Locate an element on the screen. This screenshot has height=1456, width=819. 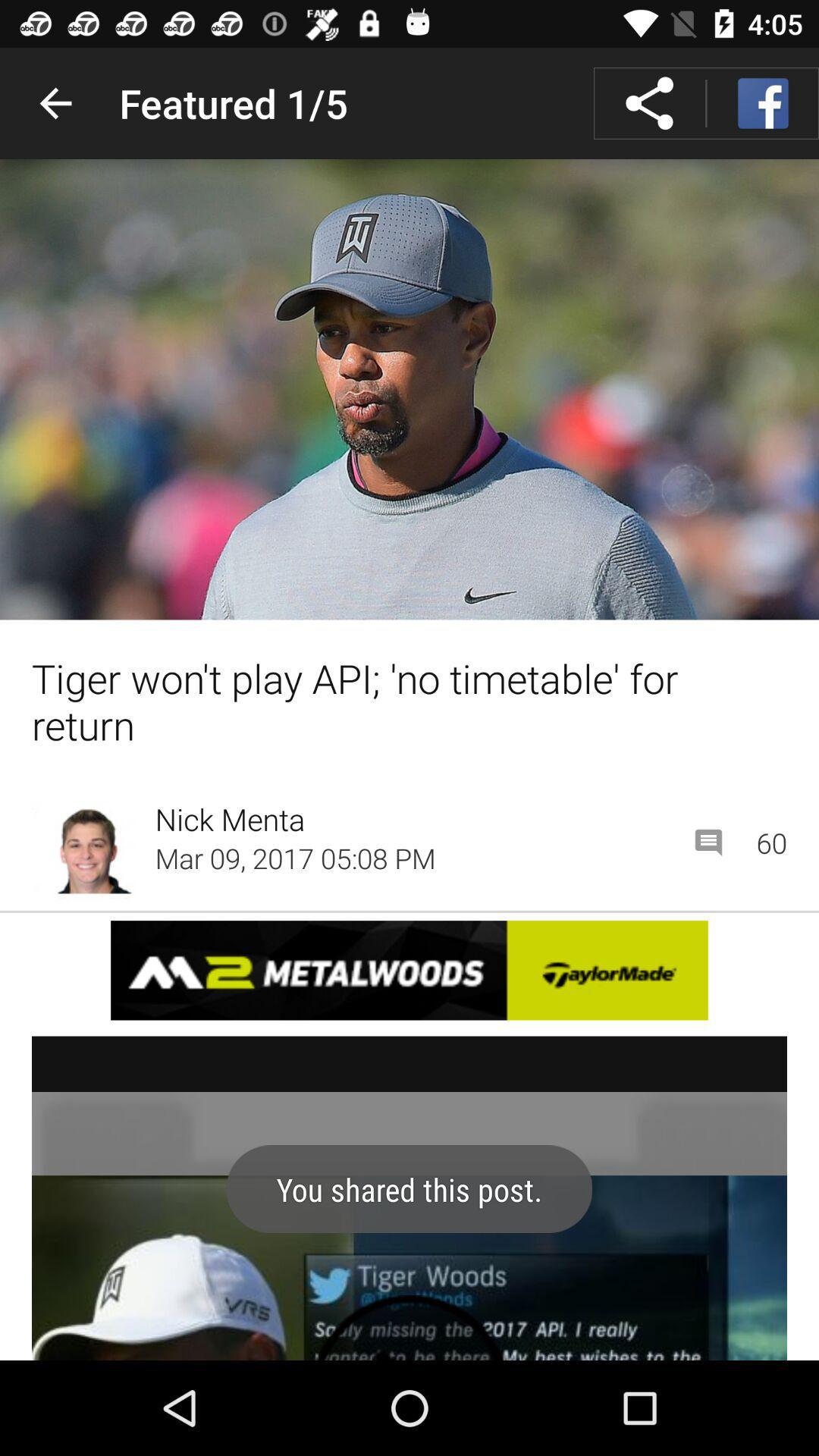
advertisement link is located at coordinates (409, 969).